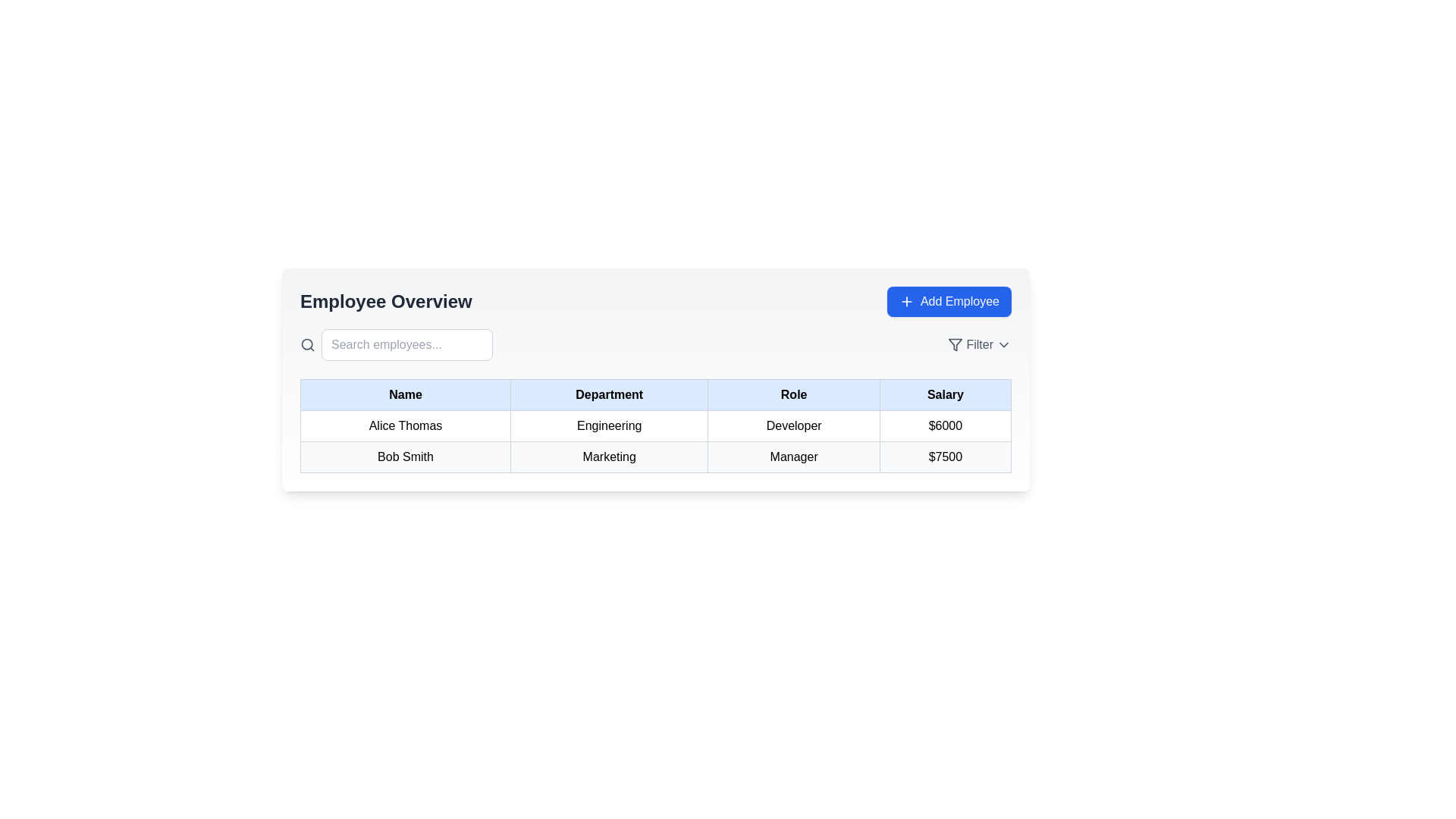  Describe the element at coordinates (307, 345) in the screenshot. I see `the gray magnifying glass search icon located on the left side of the search bar in the 'Employee Overview' interface` at that location.